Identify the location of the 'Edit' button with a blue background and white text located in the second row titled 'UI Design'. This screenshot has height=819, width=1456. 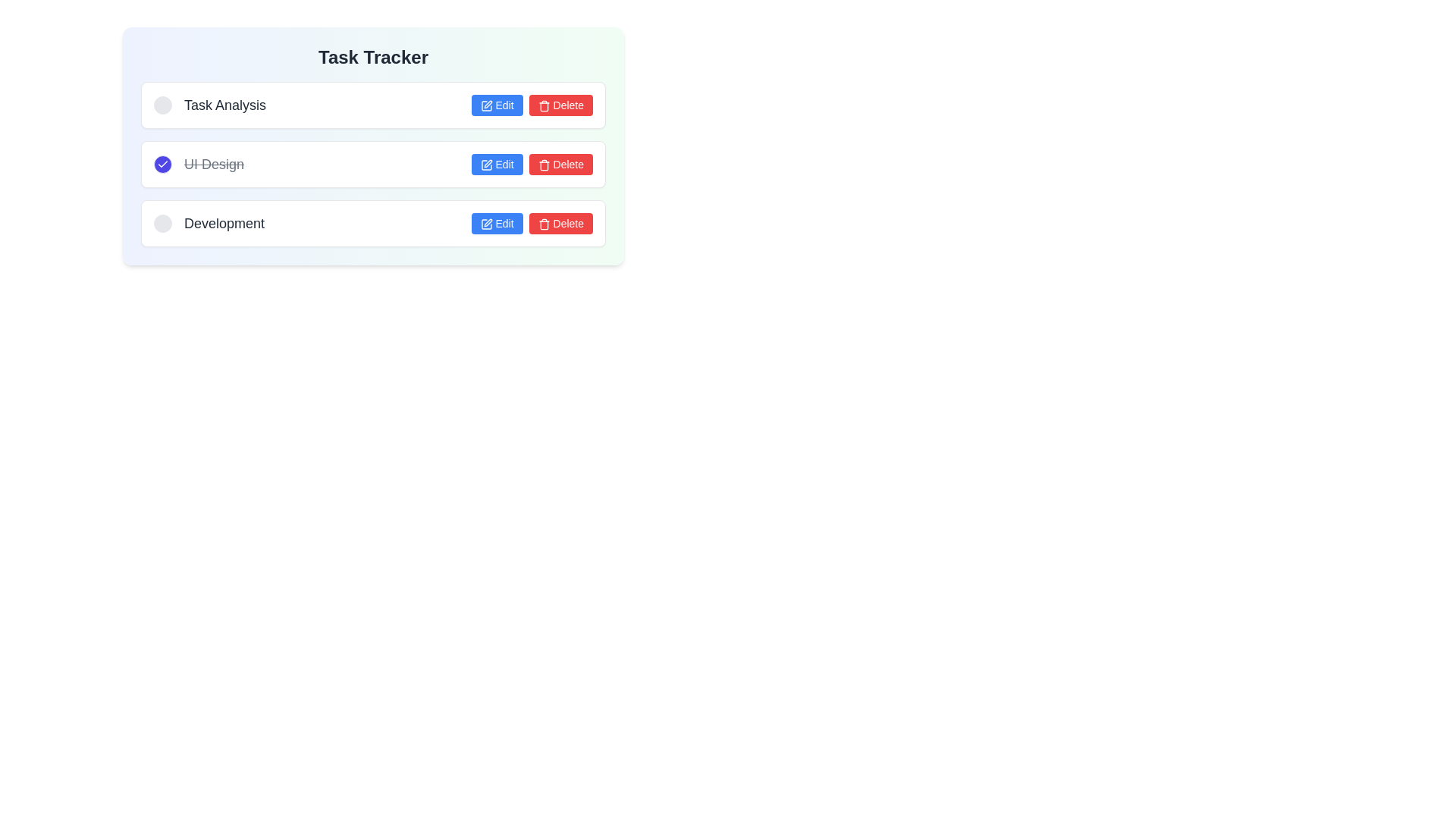
(497, 164).